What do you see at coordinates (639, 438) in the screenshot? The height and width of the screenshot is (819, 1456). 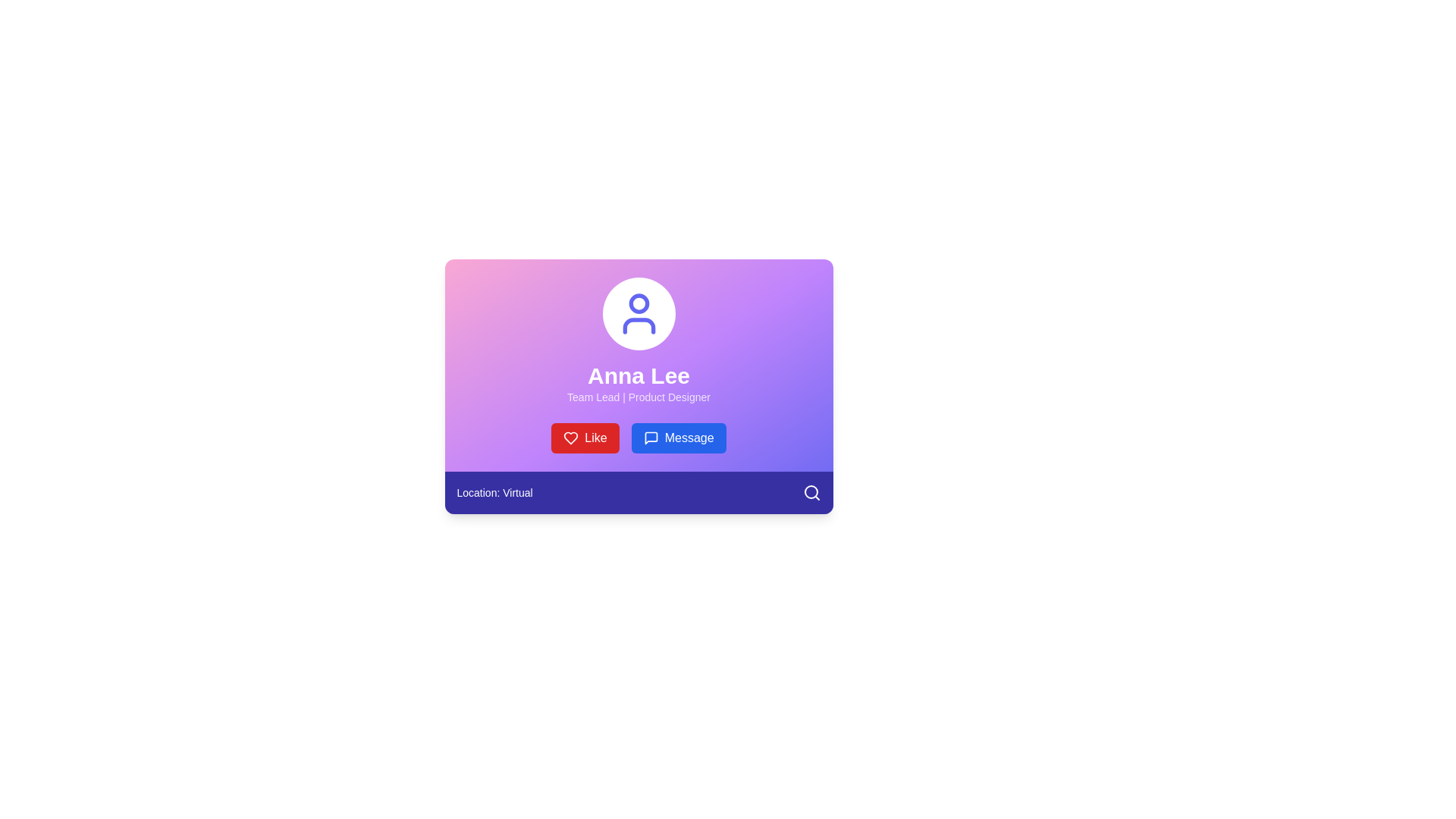 I see `the 'Message' button in the horizontal grouping of buttons located at the bottom center of the profile card, which is styled with a blue background and a white message icon` at bounding box center [639, 438].